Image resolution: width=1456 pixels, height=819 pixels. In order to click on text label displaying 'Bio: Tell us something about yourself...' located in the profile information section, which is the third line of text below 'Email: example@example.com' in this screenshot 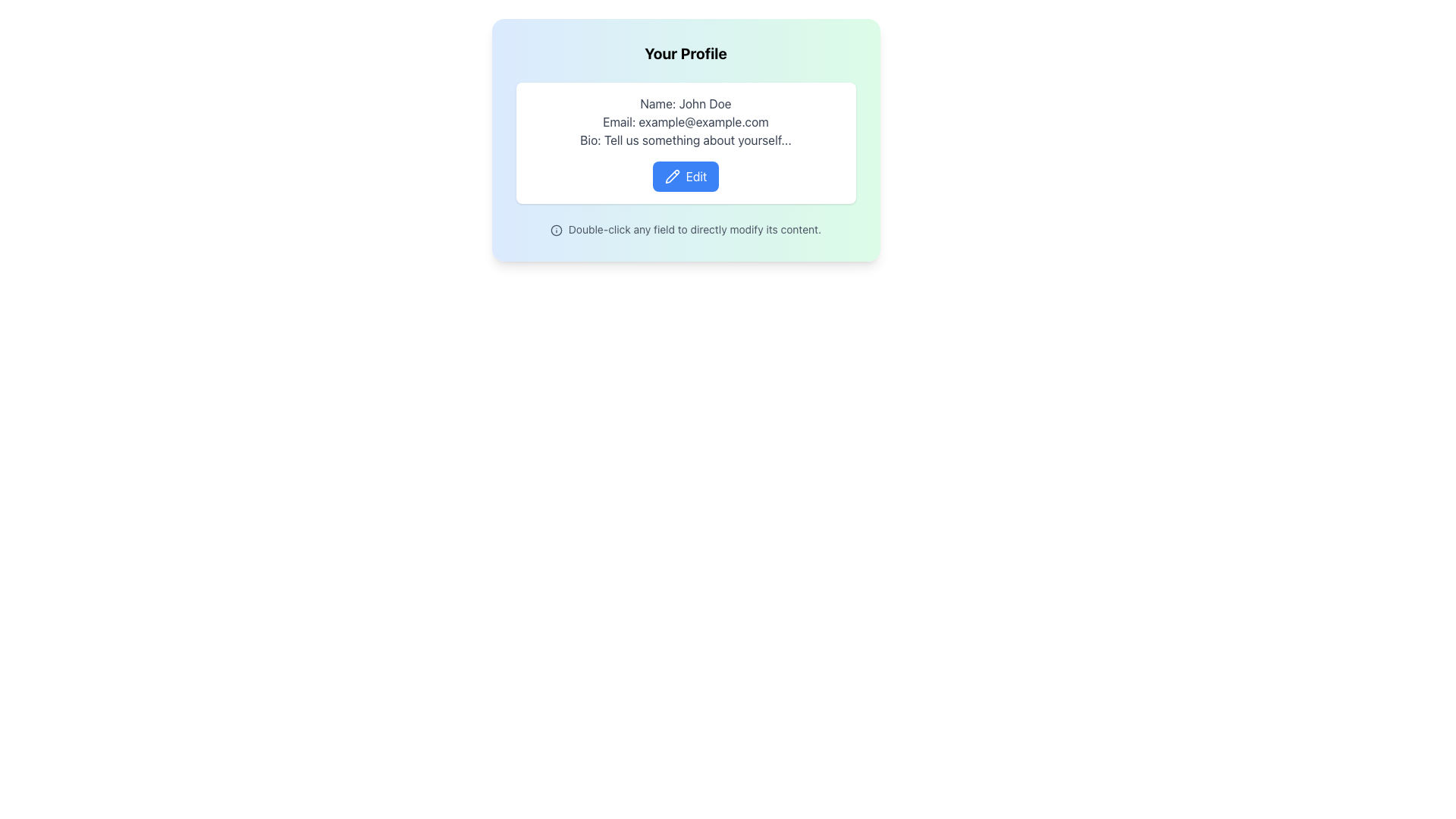, I will do `click(685, 140)`.